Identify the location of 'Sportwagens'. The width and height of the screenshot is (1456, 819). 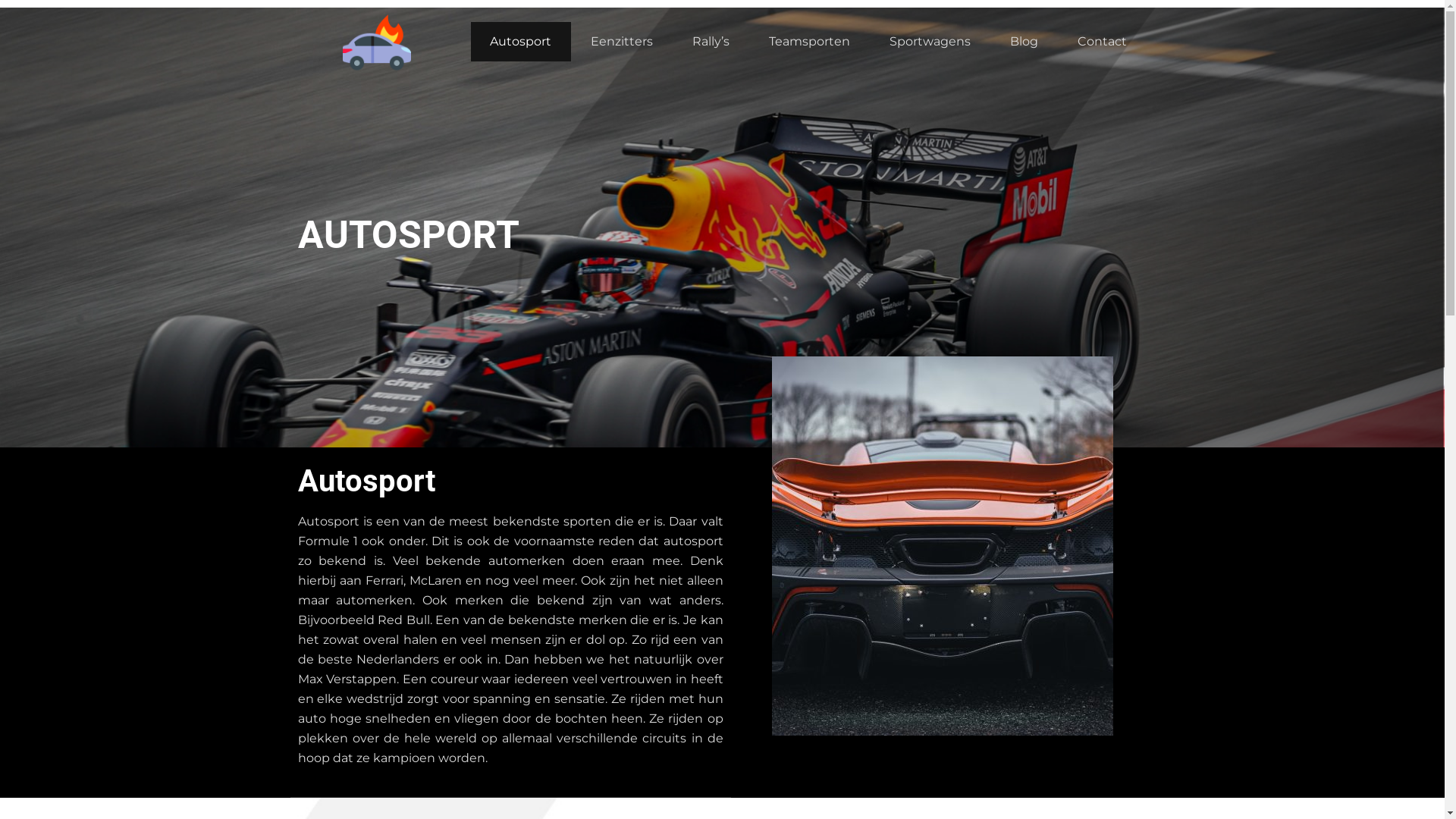
(929, 40).